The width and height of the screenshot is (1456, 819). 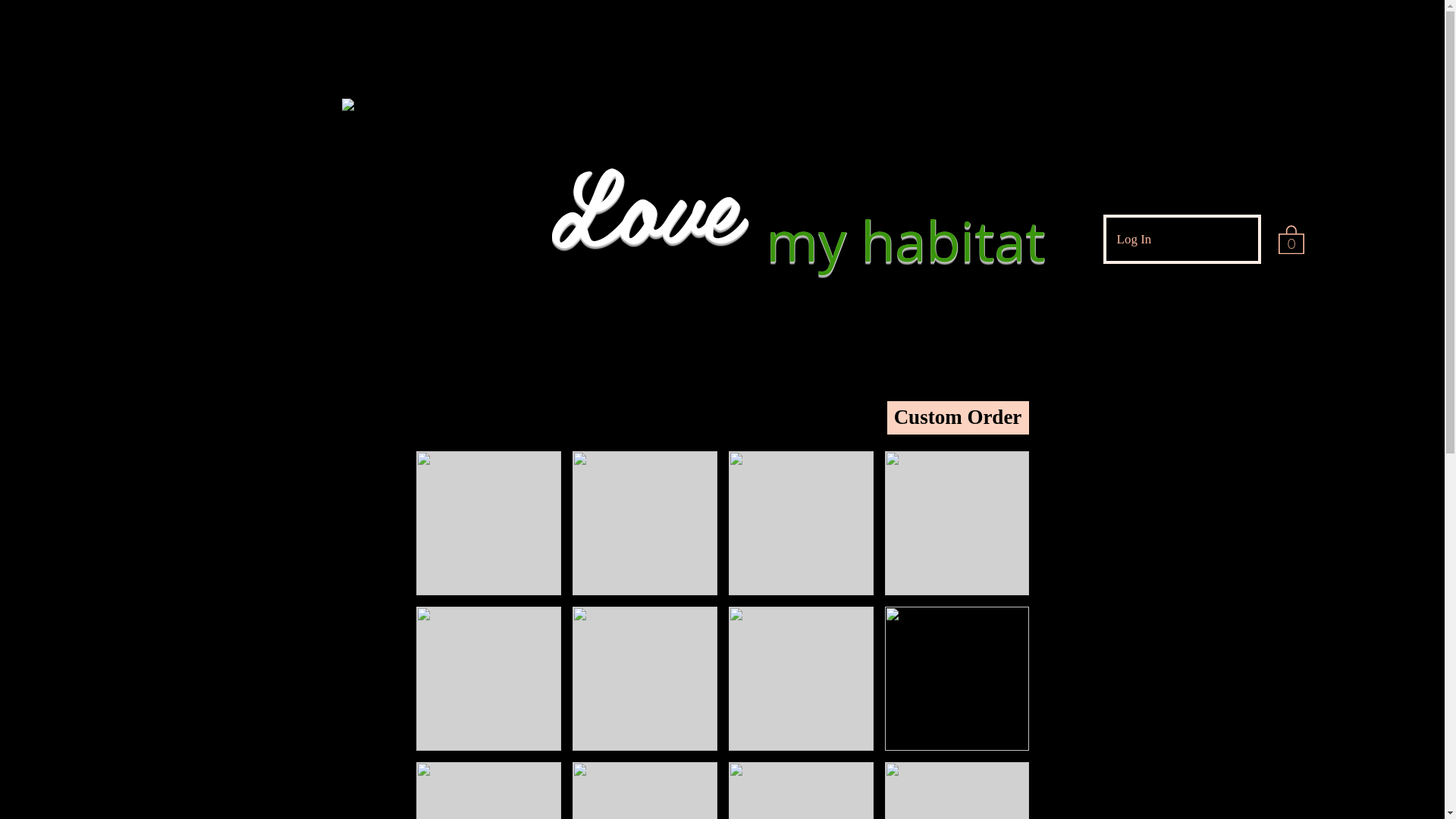 I want to click on 'Custom Order', so click(x=887, y=418).